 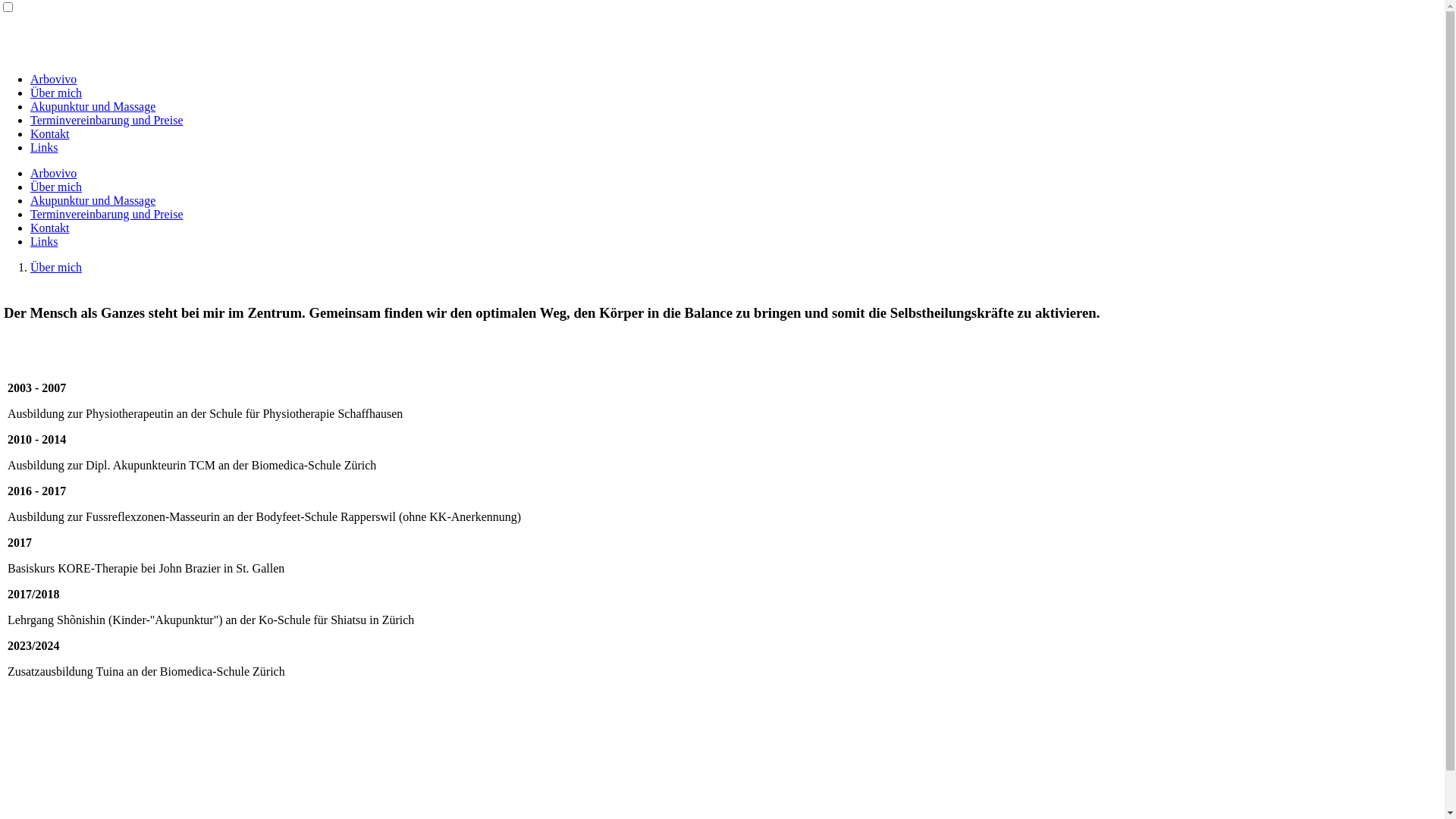 I want to click on 'Arbovivo', so click(x=53, y=79).